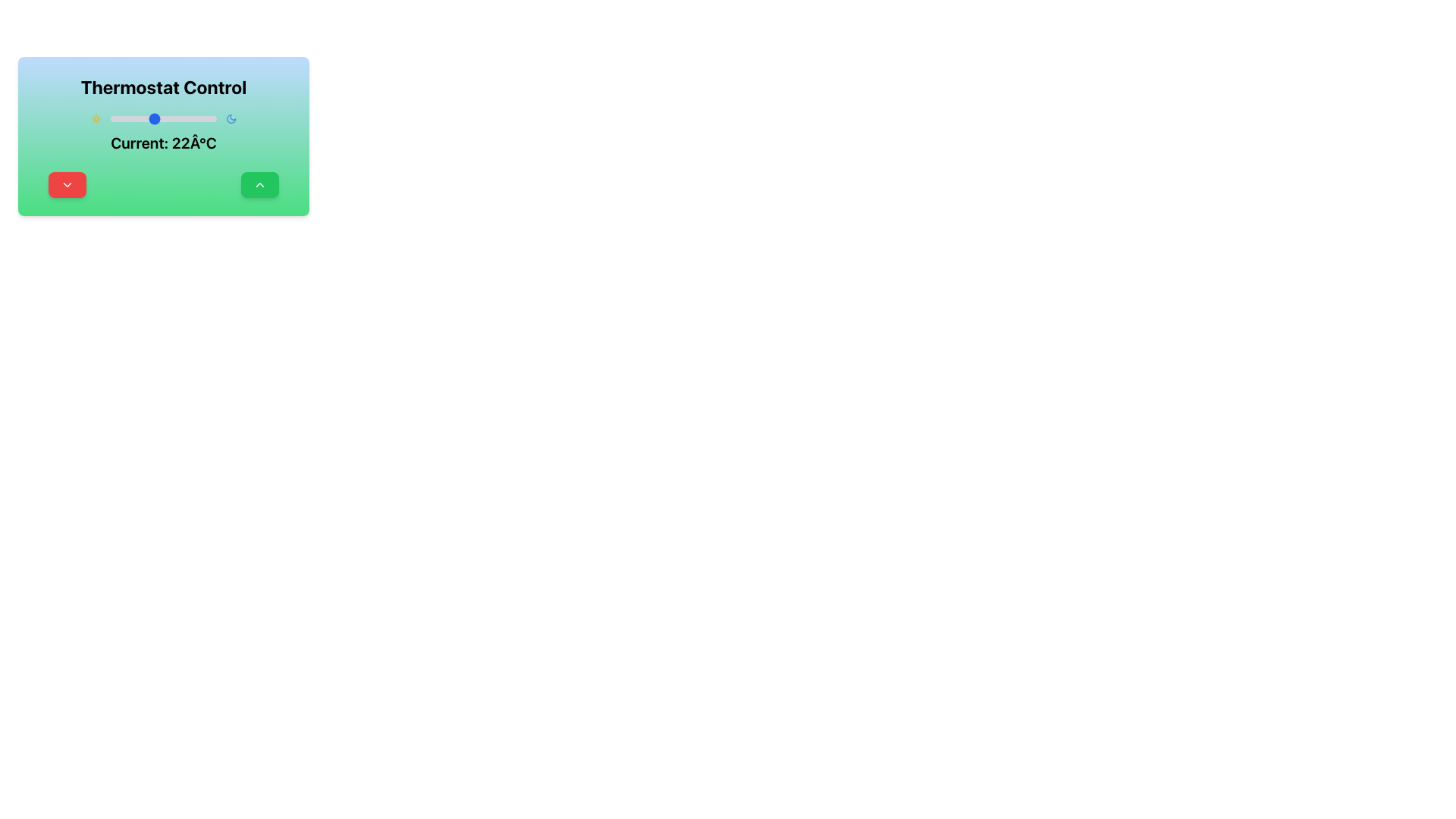 Image resolution: width=1456 pixels, height=819 pixels. Describe the element at coordinates (259, 184) in the screenshot. I see `the arrow icon embedded within the button located in the bottom-right corner of the thermostat control panel to trigger a tooltip or visual effect` at that location.